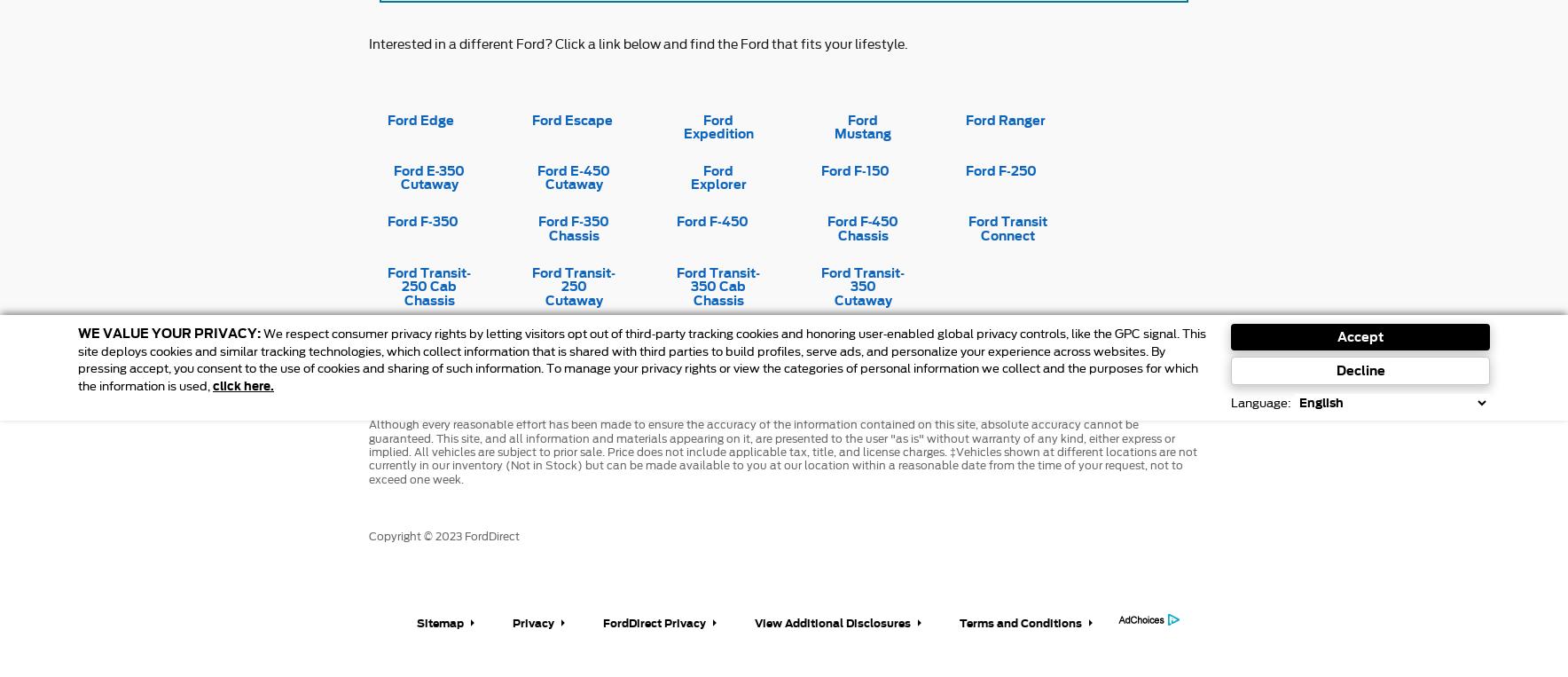 This screenshot has width=1568, height=677. I want to click on 'Ford Mustang', so click(861, 125).